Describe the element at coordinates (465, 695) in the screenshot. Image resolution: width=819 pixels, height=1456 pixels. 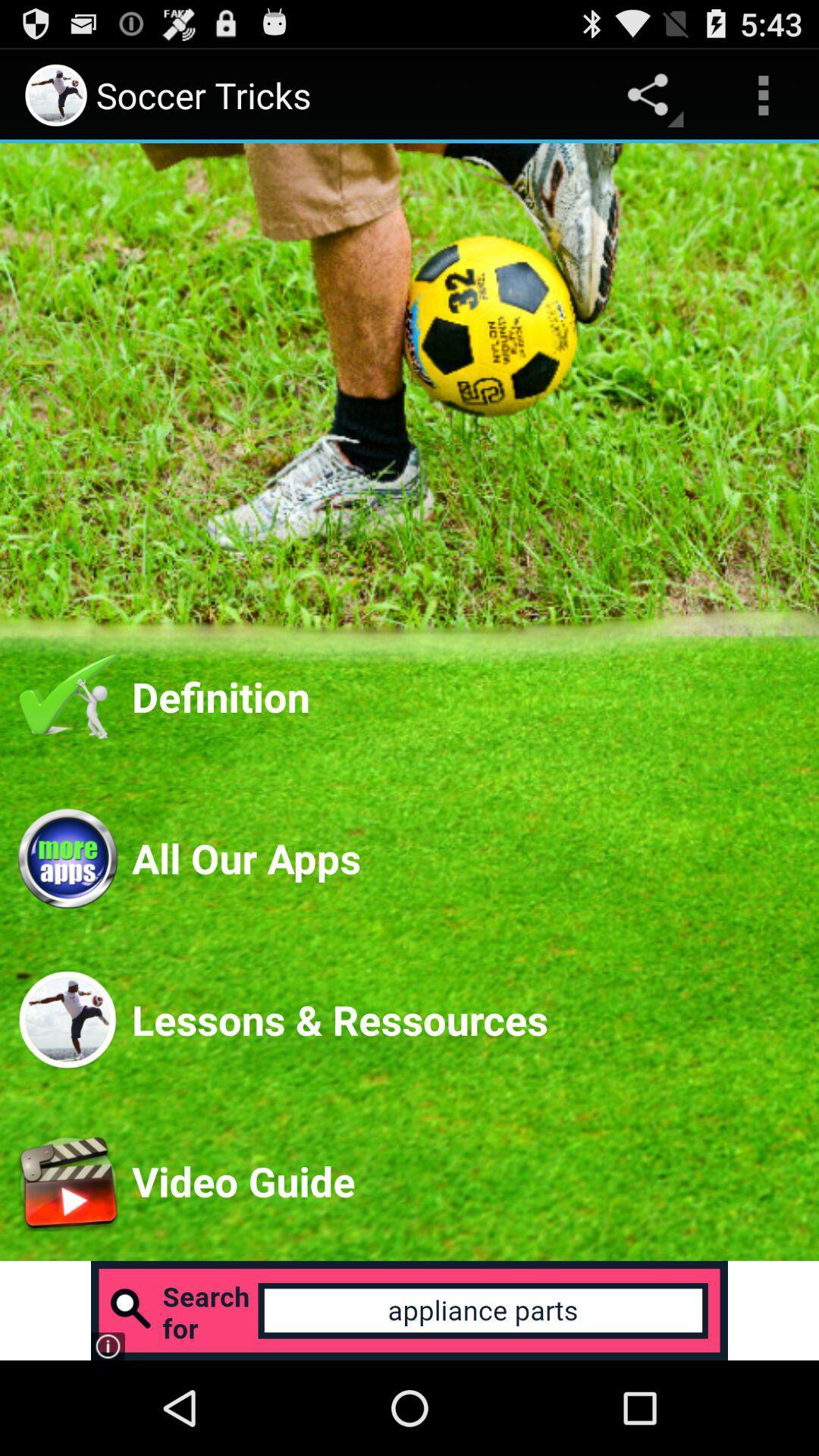
I see `the item above all our apps` at that location.